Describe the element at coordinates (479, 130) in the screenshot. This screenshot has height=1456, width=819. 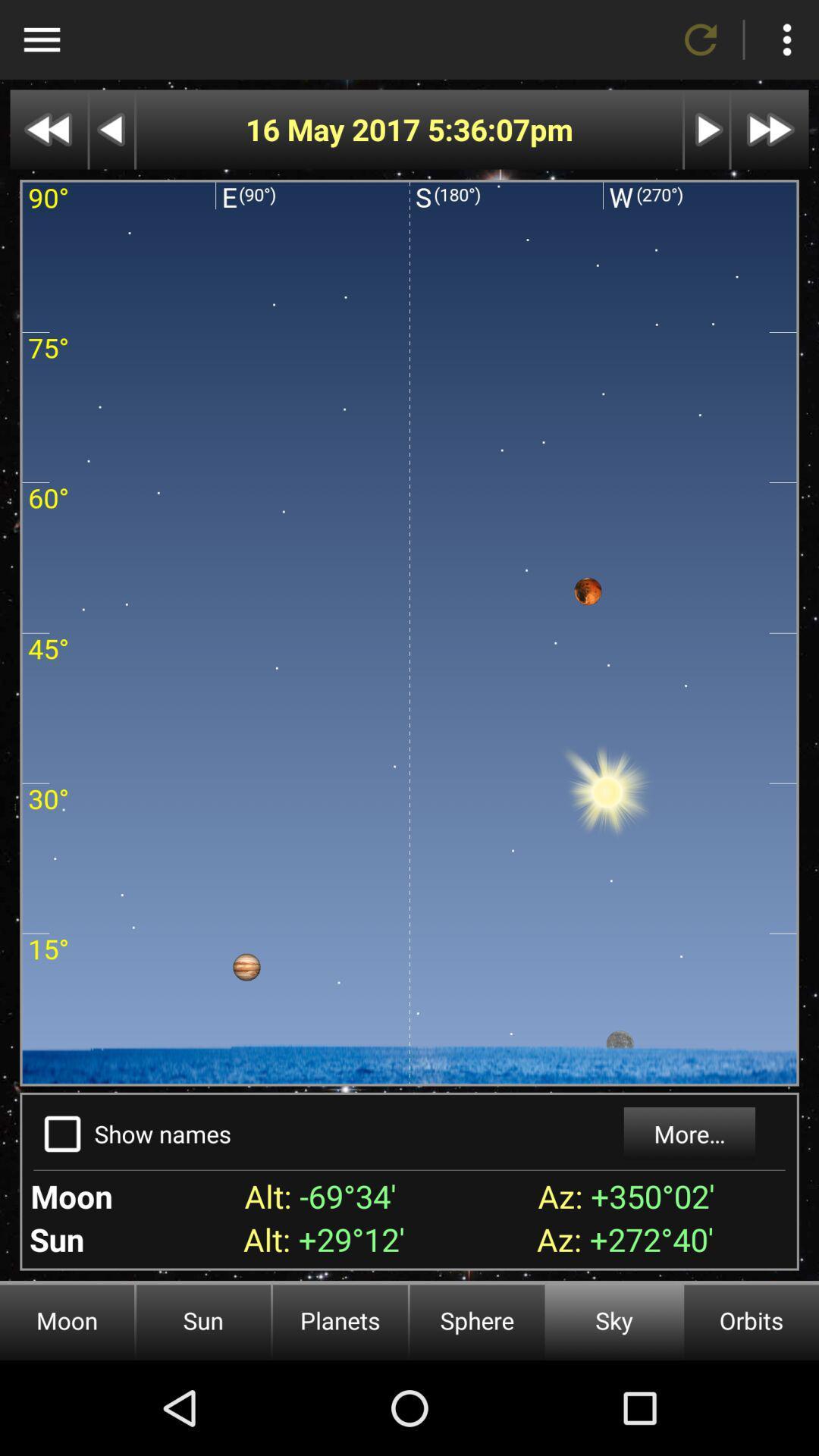
I see `the item next to the 16 may 2017  app` at that location.